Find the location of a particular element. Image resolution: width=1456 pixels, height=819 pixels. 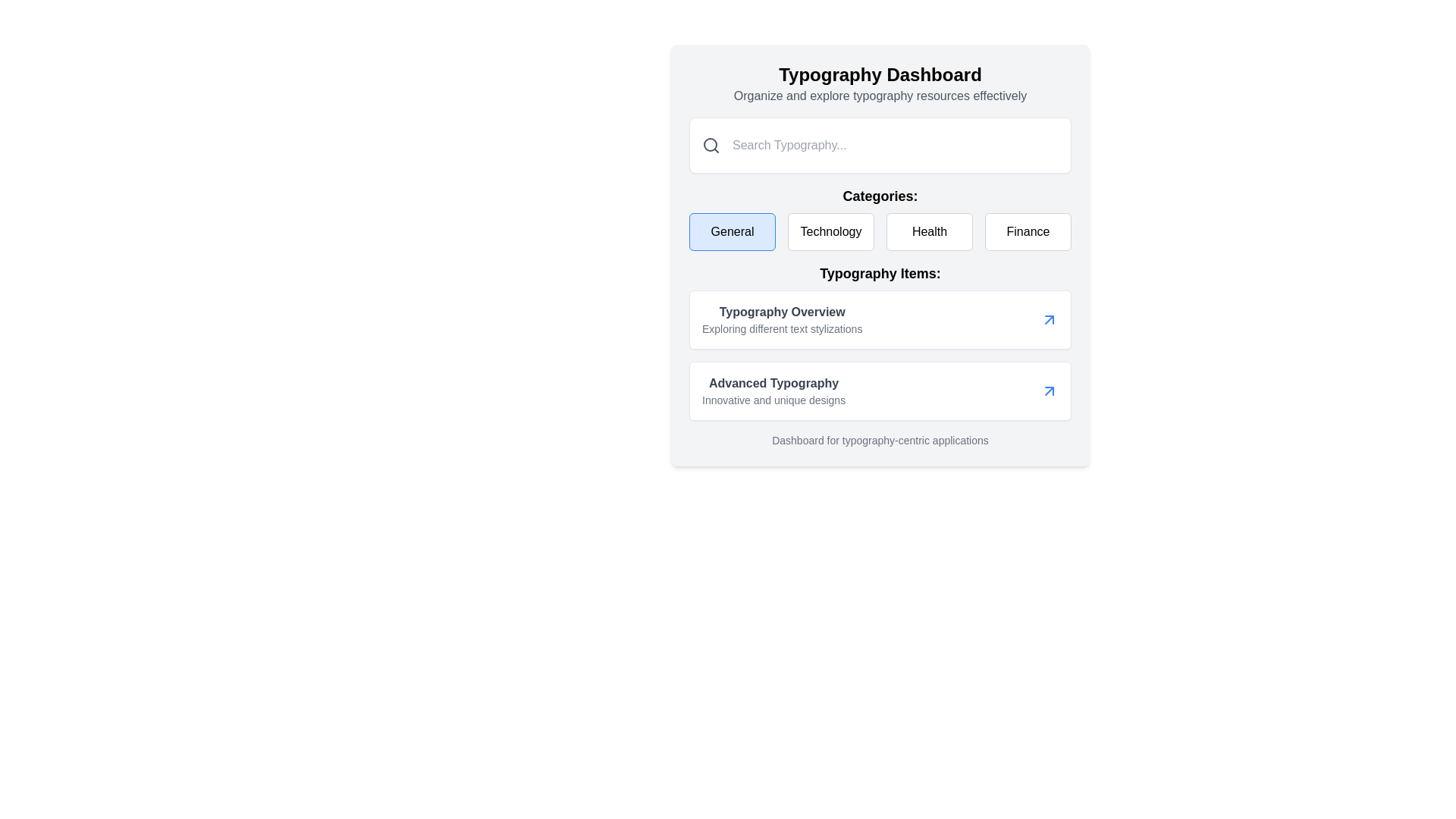

the non-interactive Text Label that provides additional context for the 'Typography Overview' heading, located in the 'Typography Items' section is located at coordinates (782, 328).